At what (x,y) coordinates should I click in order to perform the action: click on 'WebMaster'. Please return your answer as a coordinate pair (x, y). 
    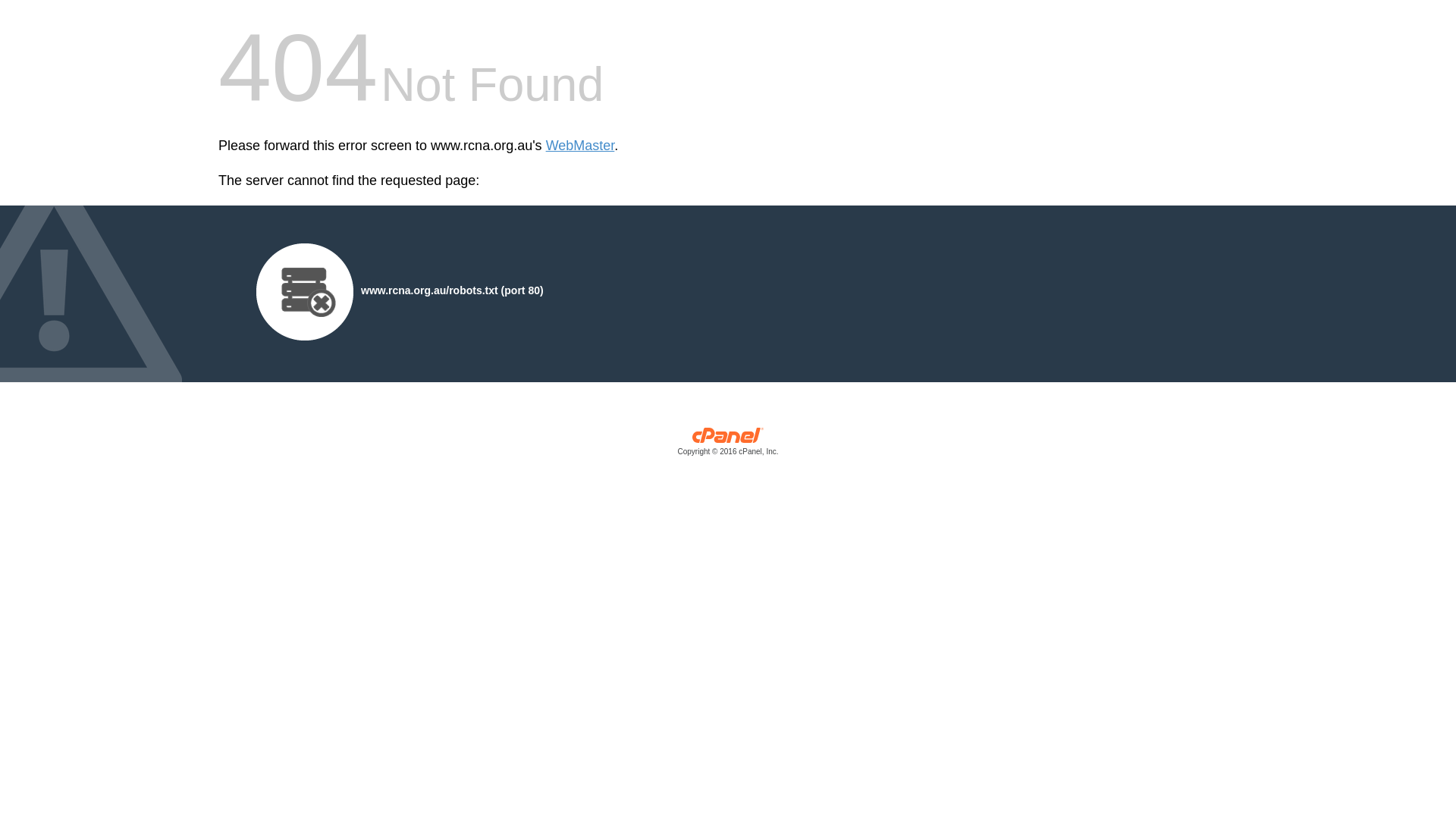
    Looking at the image, I should click on (579, 146).